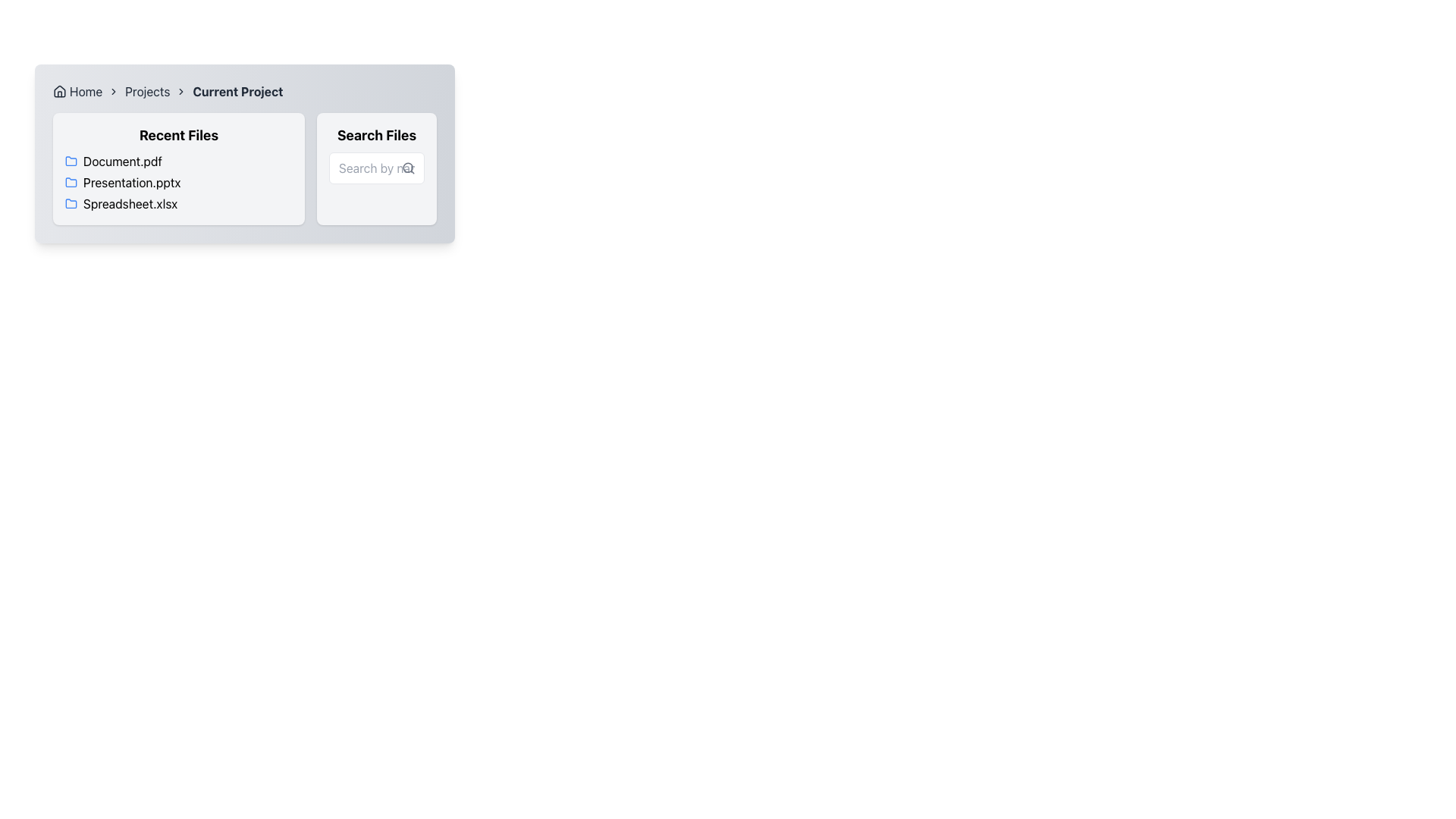 The image size is (1456, 819). What do you see at coordinates (147, 91) in the screenshot?
I see `the 'Projects' link in the breadcrumb navigation` at bounding box center [147, 91].